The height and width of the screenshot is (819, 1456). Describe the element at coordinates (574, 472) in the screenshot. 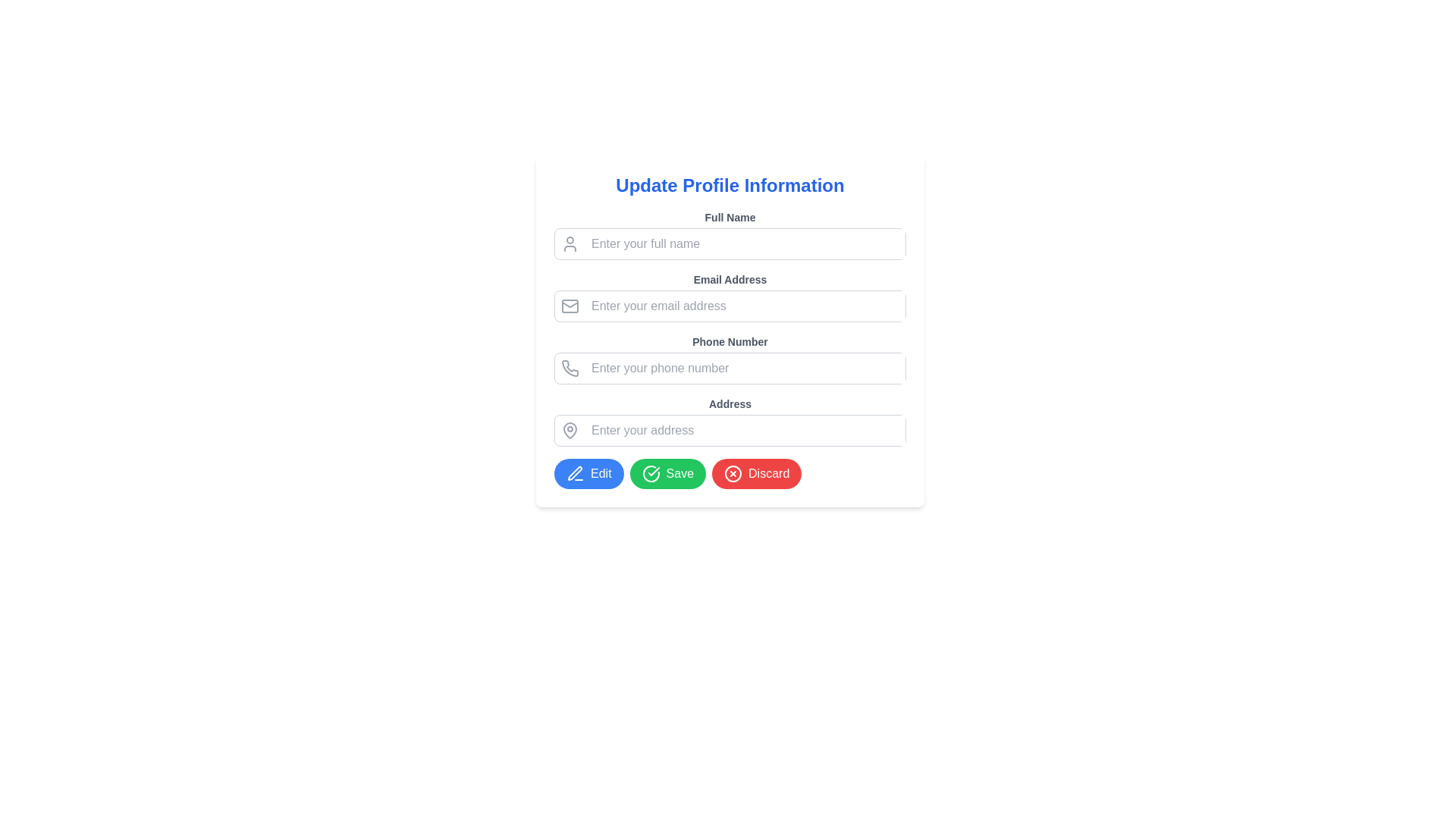

I see `the SVG icon of a pen with a blue border, located within the 'Edit' button in the lower-left corner of the form` at that location.